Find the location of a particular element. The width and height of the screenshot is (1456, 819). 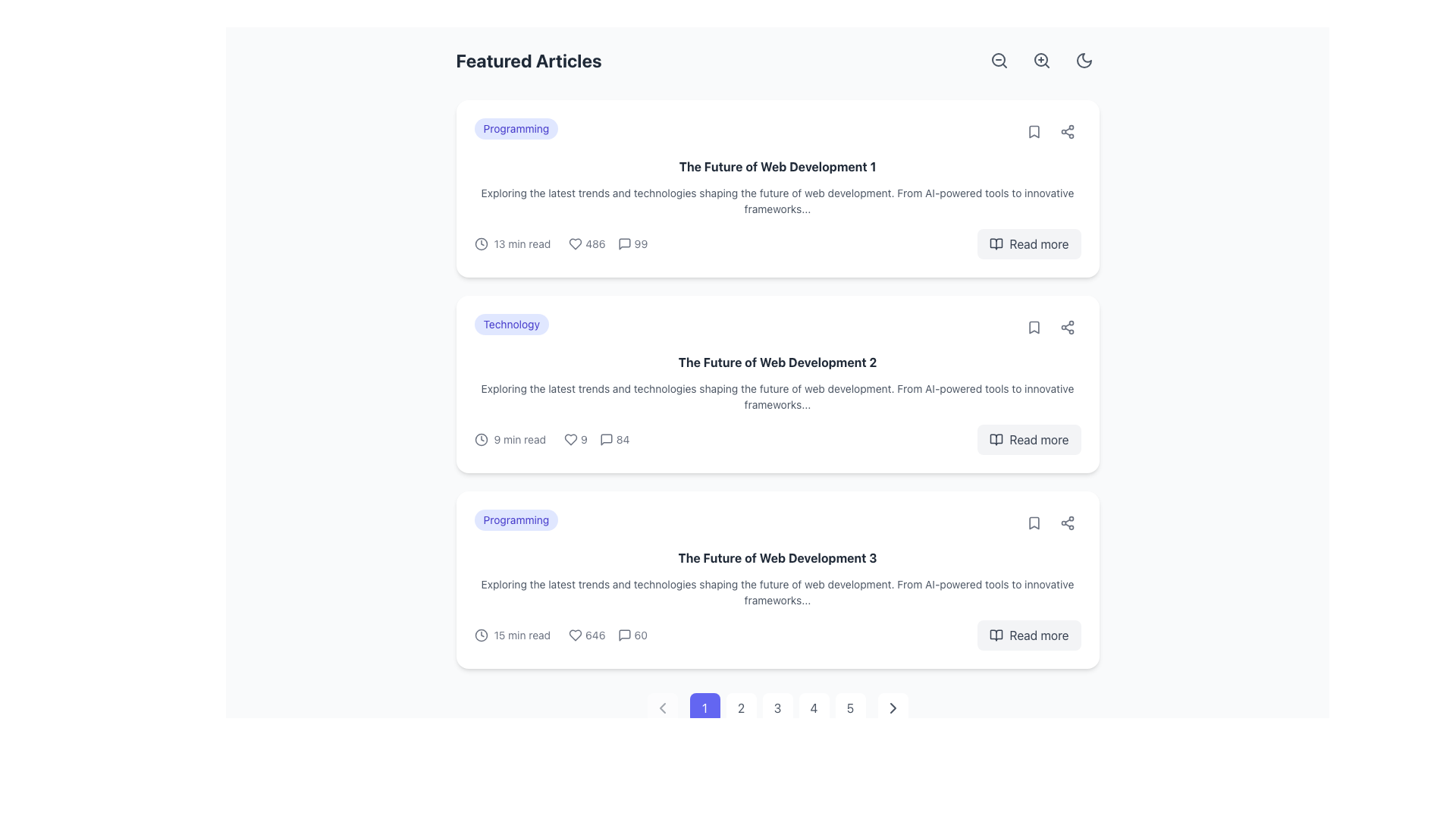

the bookmark-shaped icon located on the right side of the bottom card in the vertically stacked list is located at coordinates (1033, 522).